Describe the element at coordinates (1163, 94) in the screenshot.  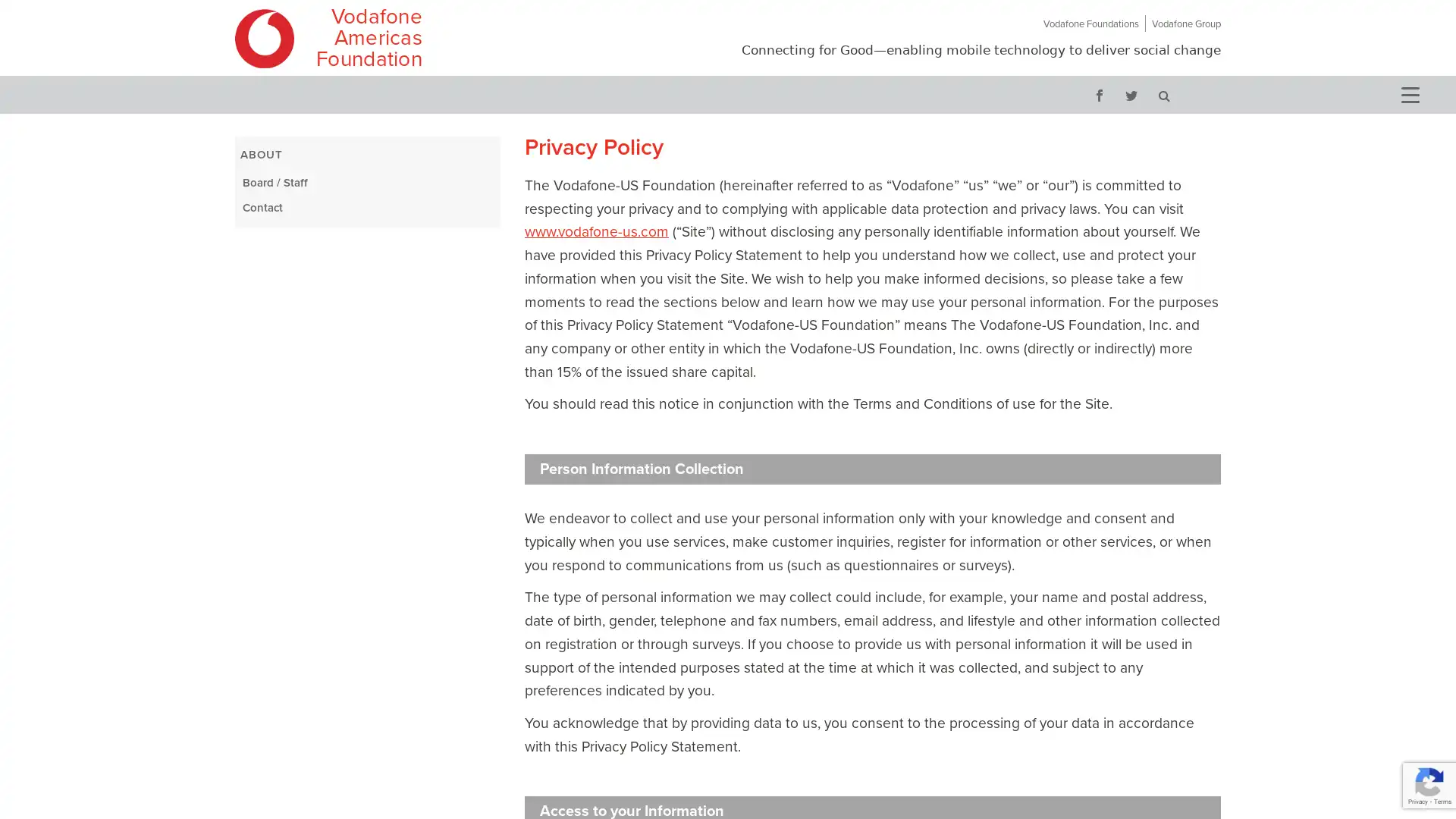
I see `GO` at that location.